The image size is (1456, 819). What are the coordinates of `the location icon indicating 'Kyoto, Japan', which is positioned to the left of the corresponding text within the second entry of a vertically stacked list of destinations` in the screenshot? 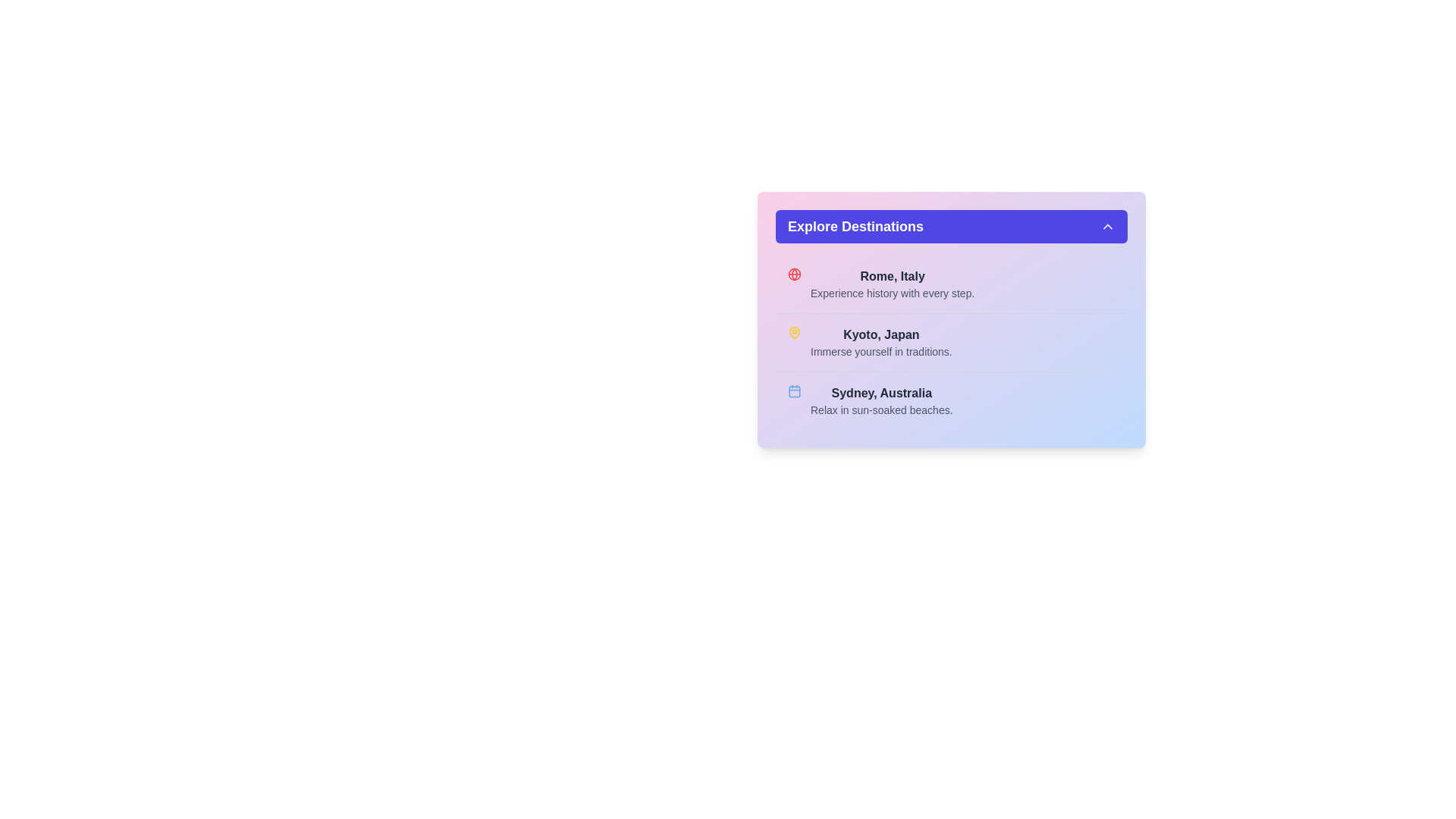 It's located at (793, 342).